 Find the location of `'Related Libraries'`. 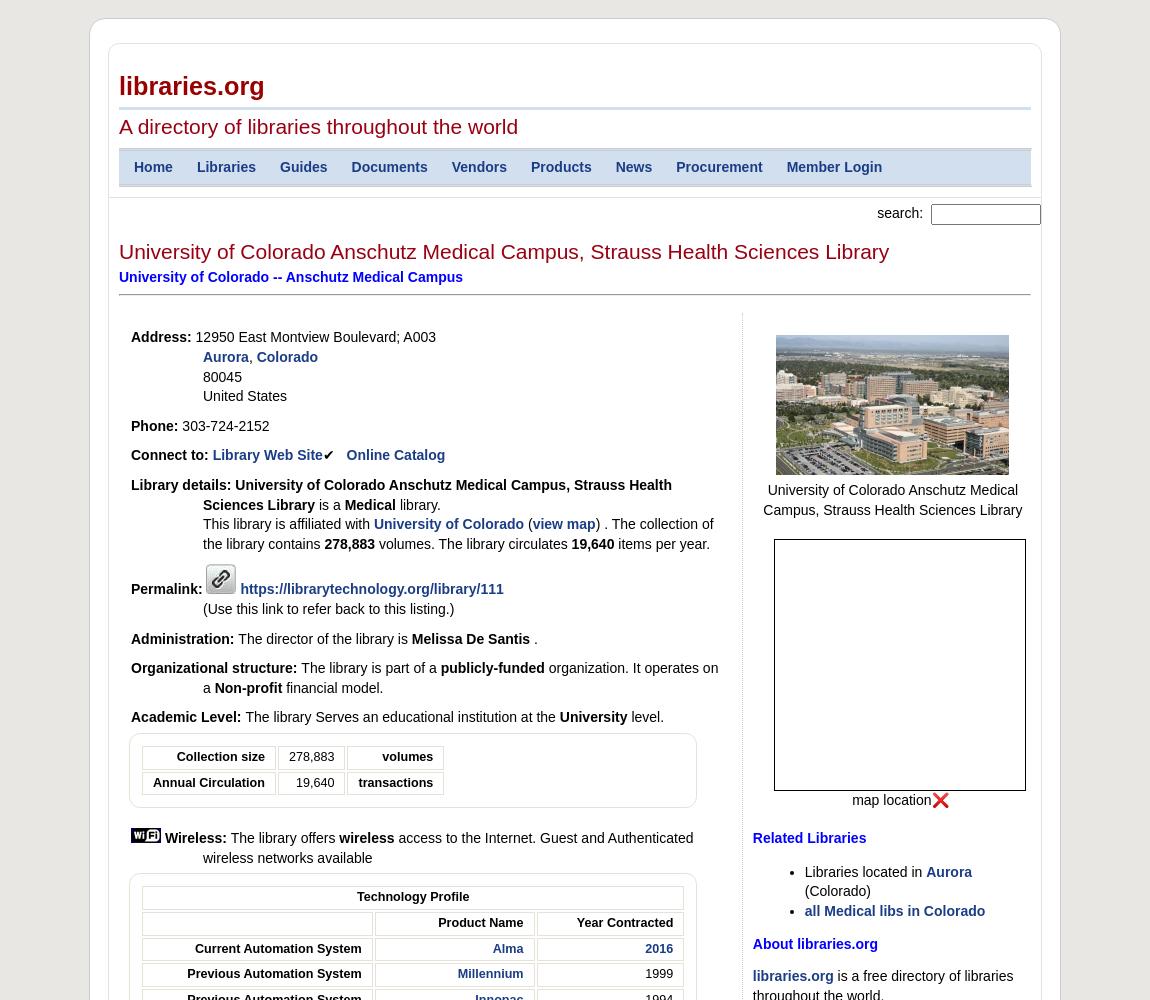

'Related Libraries' is located at coordinates (808, 837).